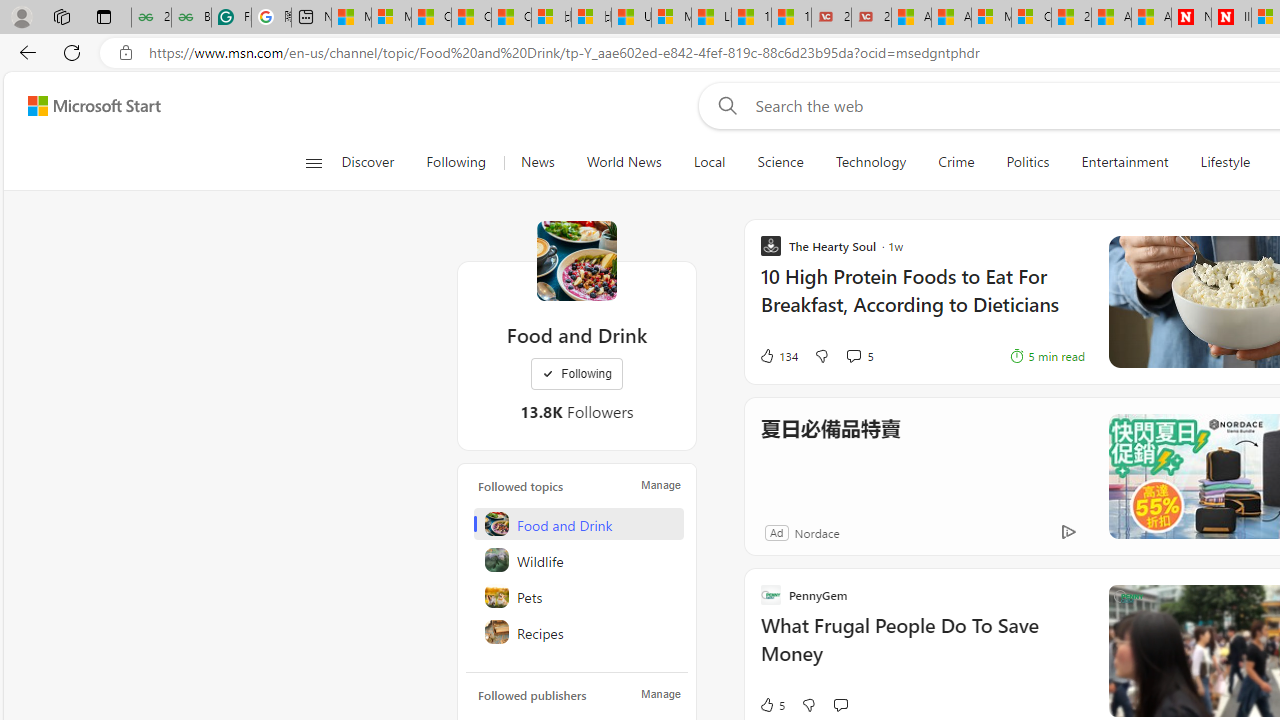 The width and height of the screenshot is (1280, 720). What do you see at coordinates (1191, 17) in the screenshot?
I see `'Newsweek - News, Analysis, Politics, Business, Technology'` at bounding box center [1191, 17].